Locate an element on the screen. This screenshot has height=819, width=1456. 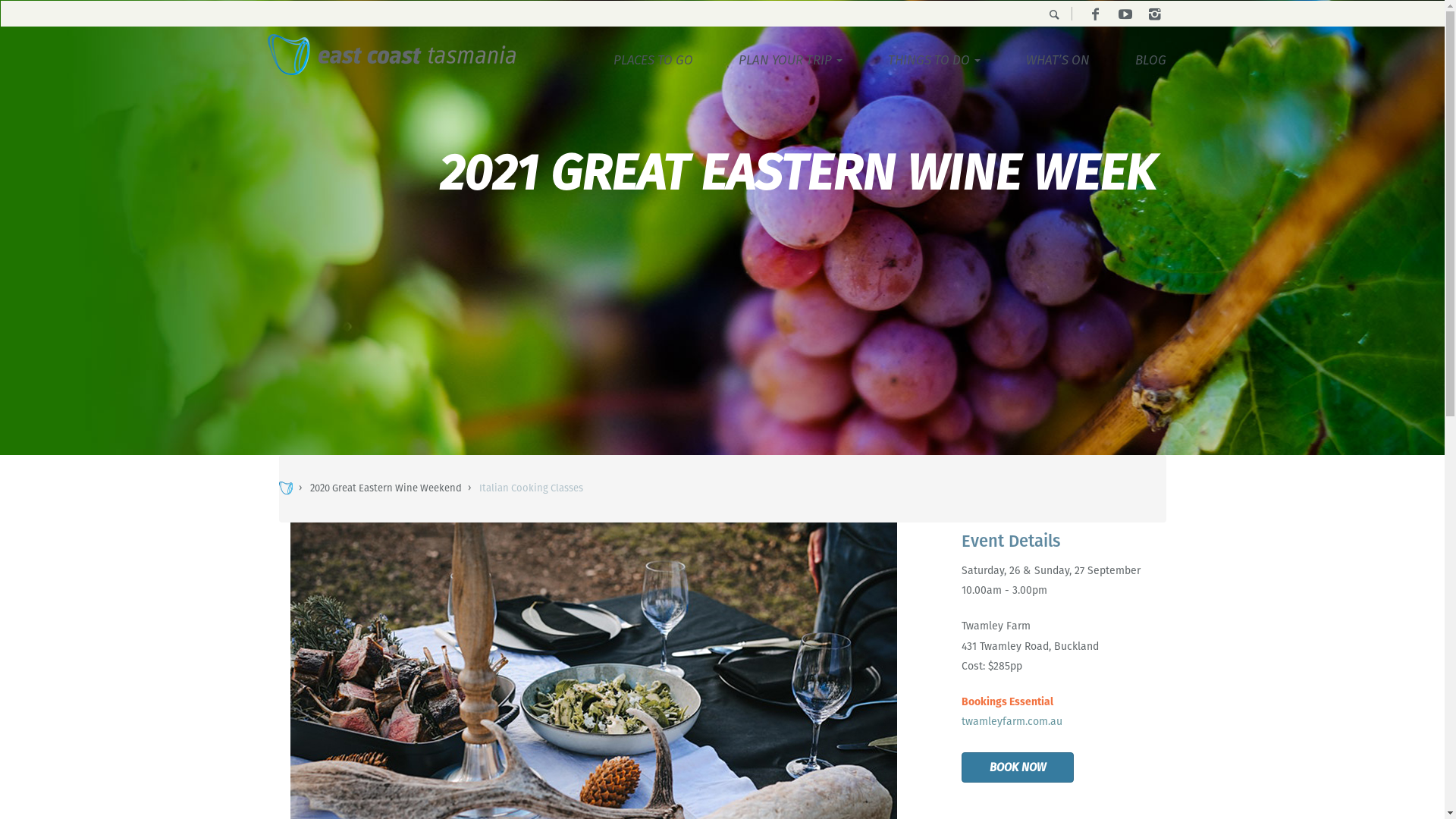
'PLACES TO GO' is located at coordinates (652, 58).